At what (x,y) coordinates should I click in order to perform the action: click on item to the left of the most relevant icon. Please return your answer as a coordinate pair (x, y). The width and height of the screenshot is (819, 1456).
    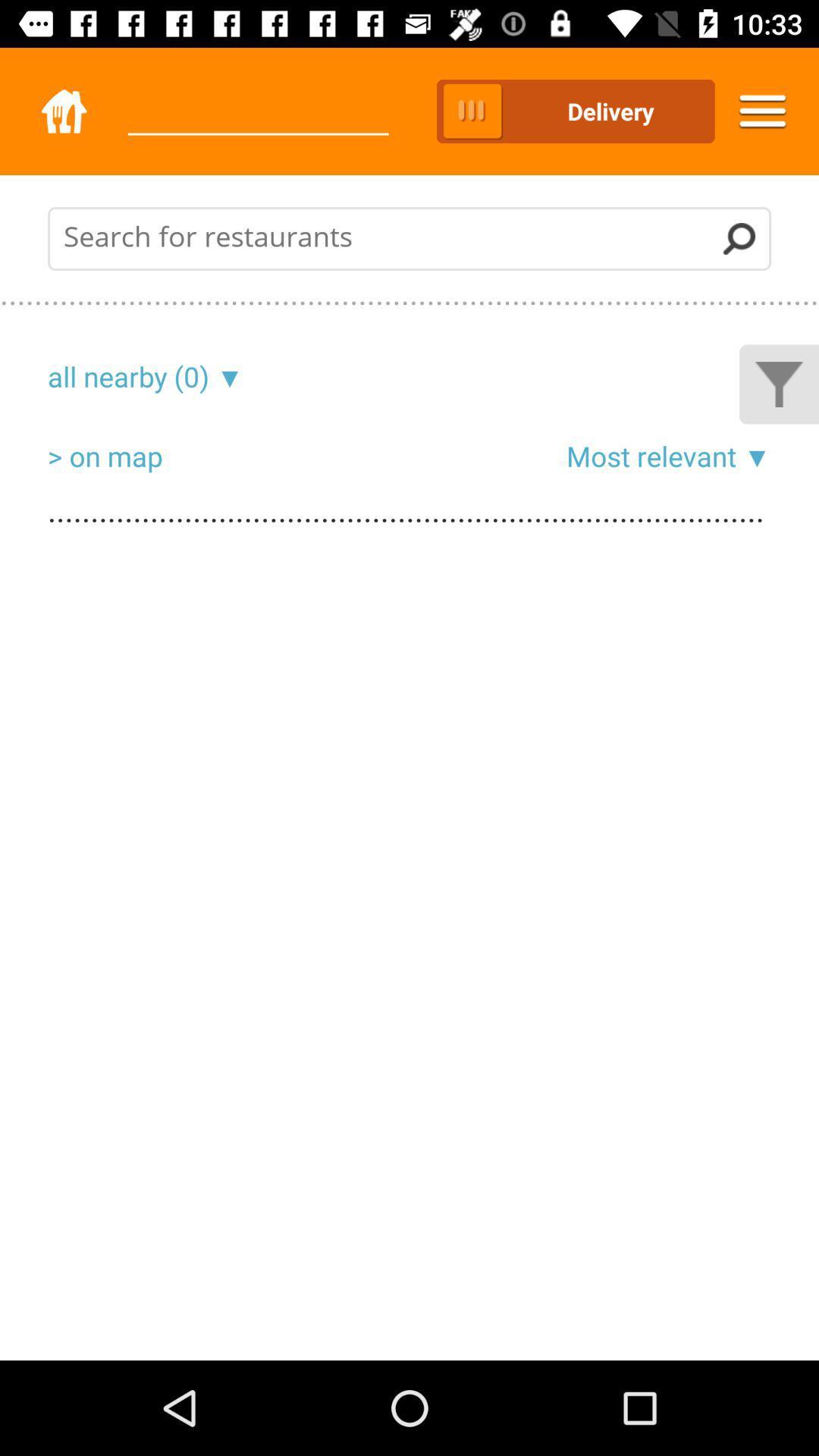
    Looking at the image, I should click on (104, 455).